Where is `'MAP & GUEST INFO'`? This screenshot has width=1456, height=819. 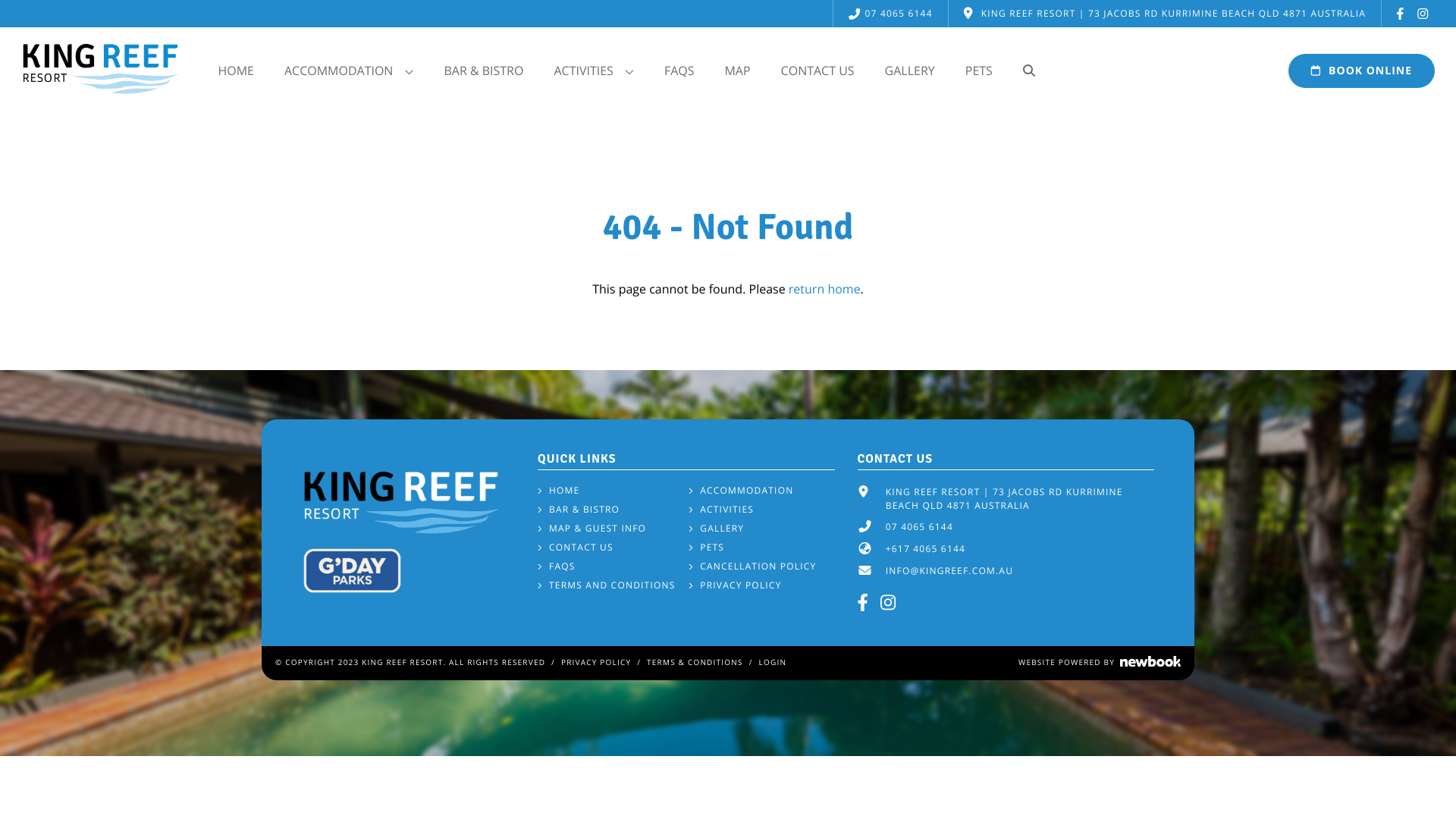 'MAP & GUEST INFO' is located at coordinates (591, 528).